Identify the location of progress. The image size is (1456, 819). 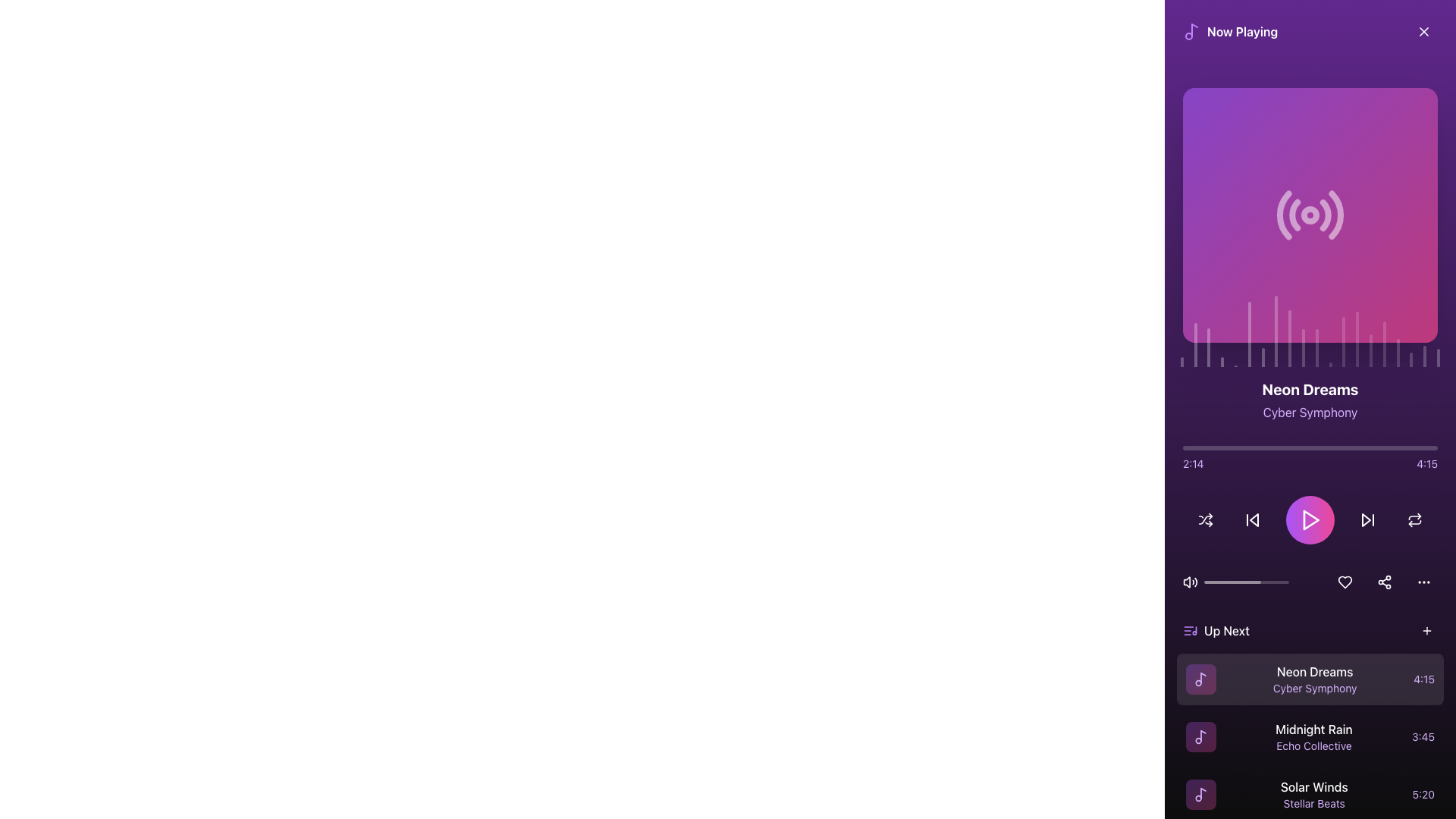
(1373, 447).